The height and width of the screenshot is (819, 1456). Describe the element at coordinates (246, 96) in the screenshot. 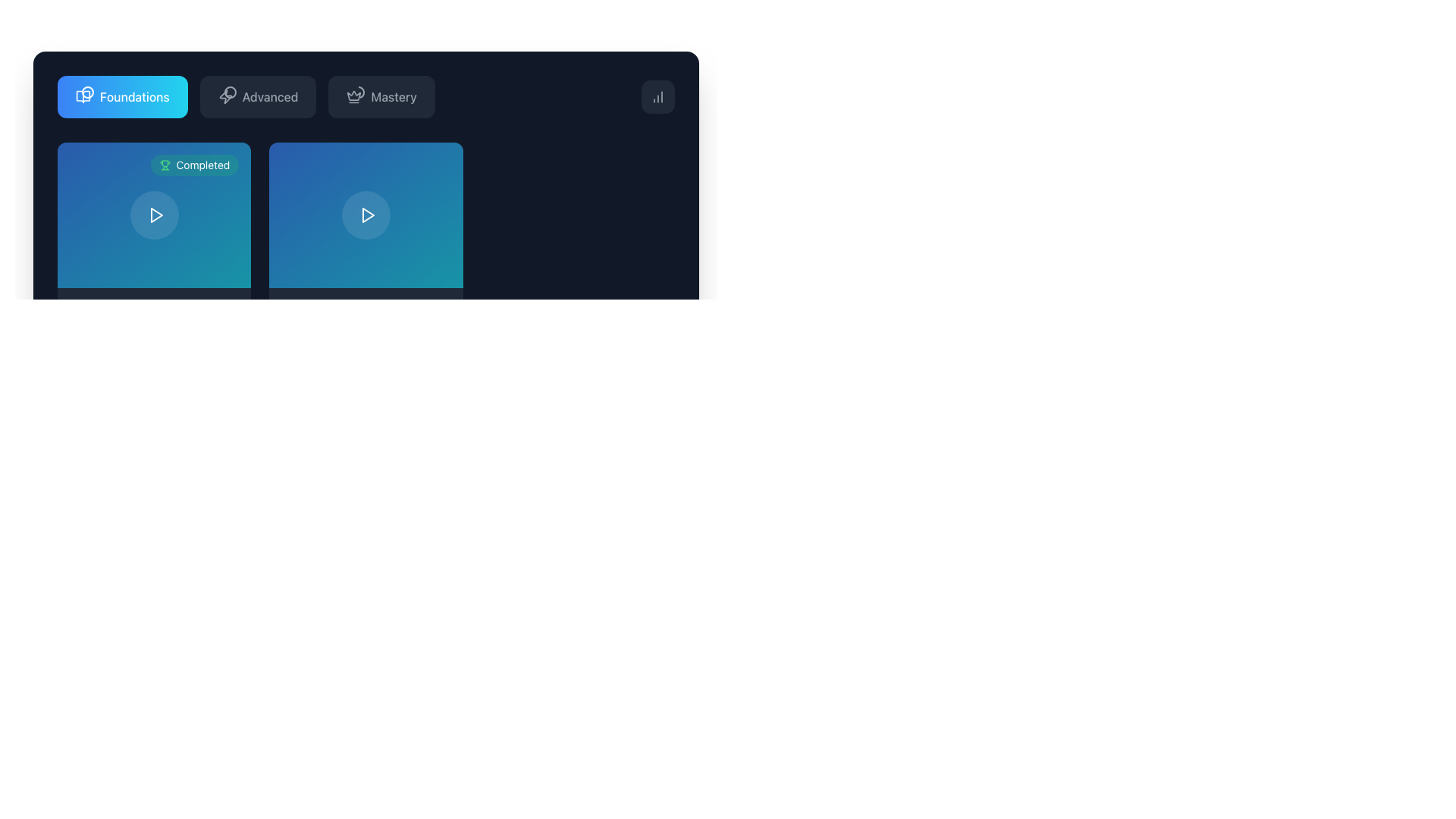

I see `the 'Advanced' tab in the navigation menu located at the top of the interface` at that location.